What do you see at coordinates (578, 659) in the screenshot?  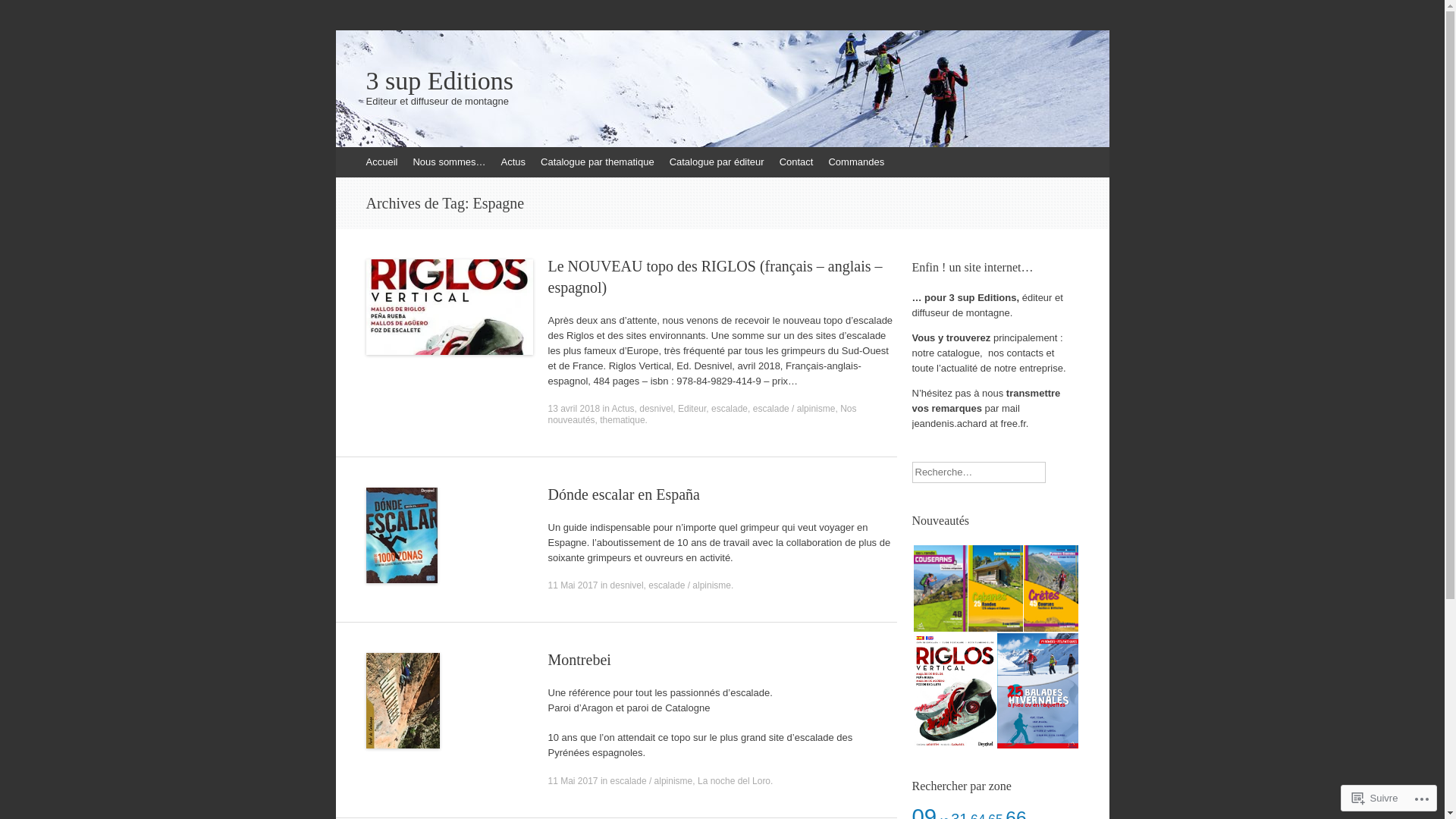 I see `'Montrebei'` at bounding box center [578, 659].